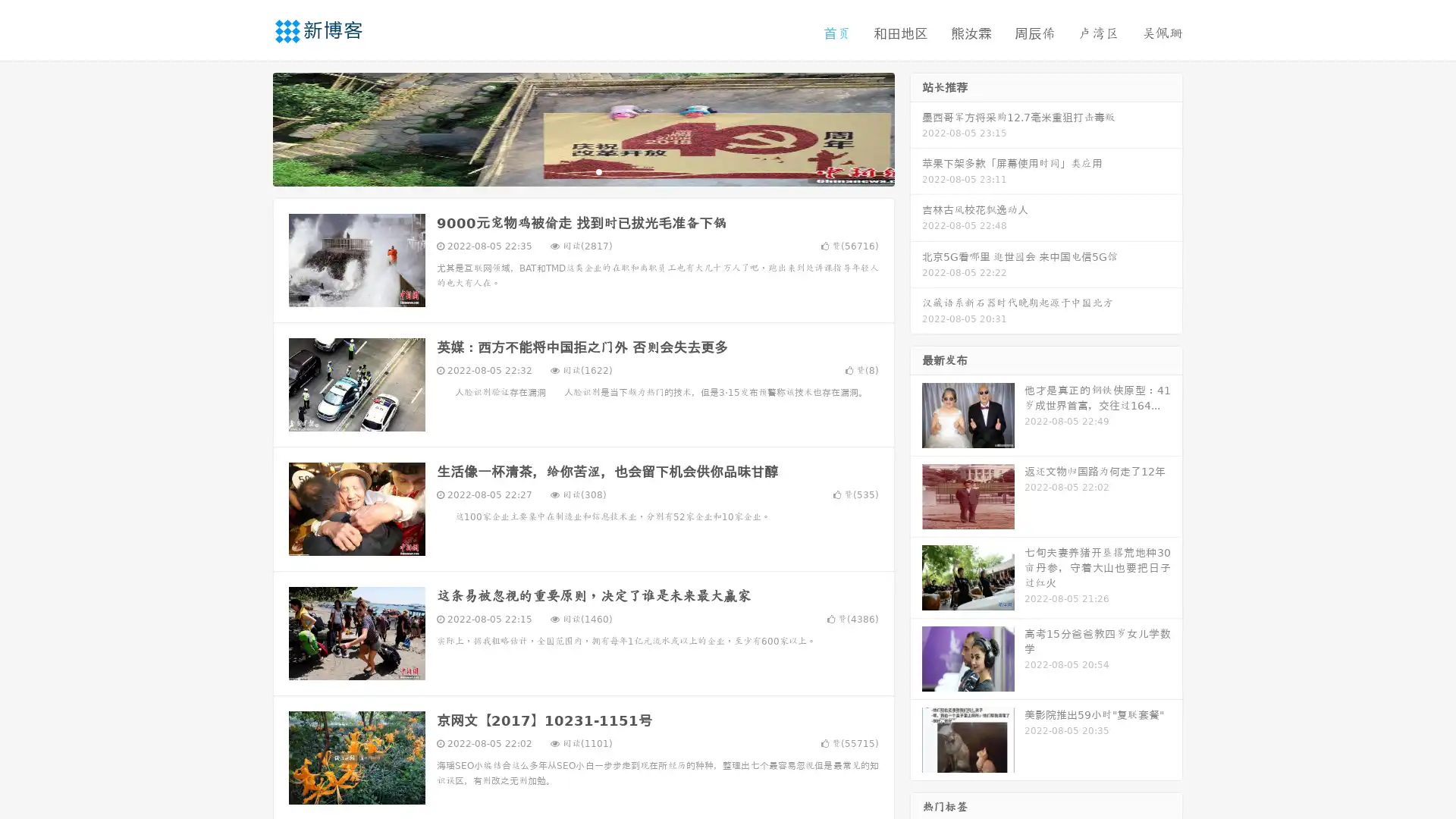 The image size is (1456, 819). Describe the element at coordinates (250, 127) in the screenshot. I see `Previous slide` at that location.